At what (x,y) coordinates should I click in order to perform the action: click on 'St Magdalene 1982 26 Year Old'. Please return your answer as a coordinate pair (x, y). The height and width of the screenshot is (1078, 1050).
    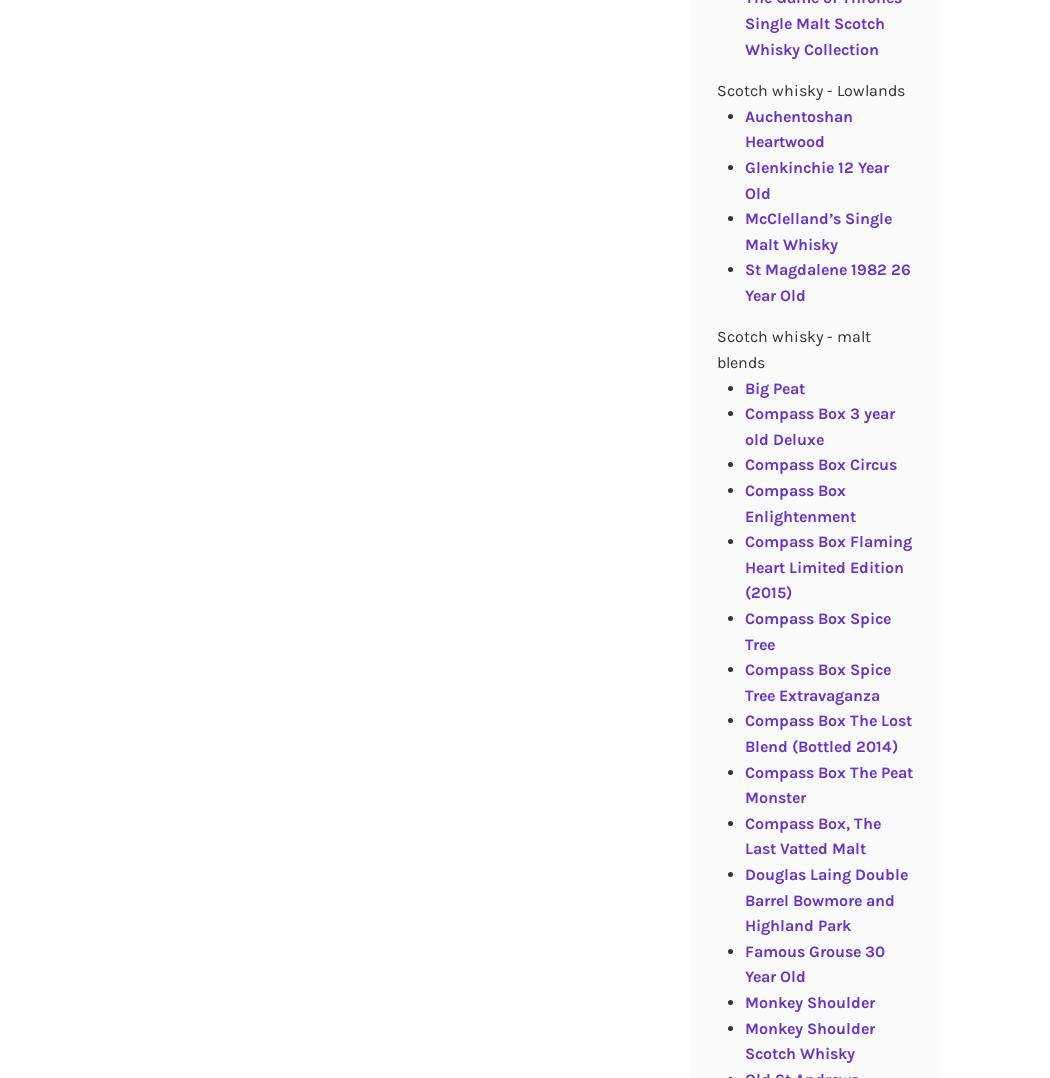
    Looking at the image, I should click on (826, 282).